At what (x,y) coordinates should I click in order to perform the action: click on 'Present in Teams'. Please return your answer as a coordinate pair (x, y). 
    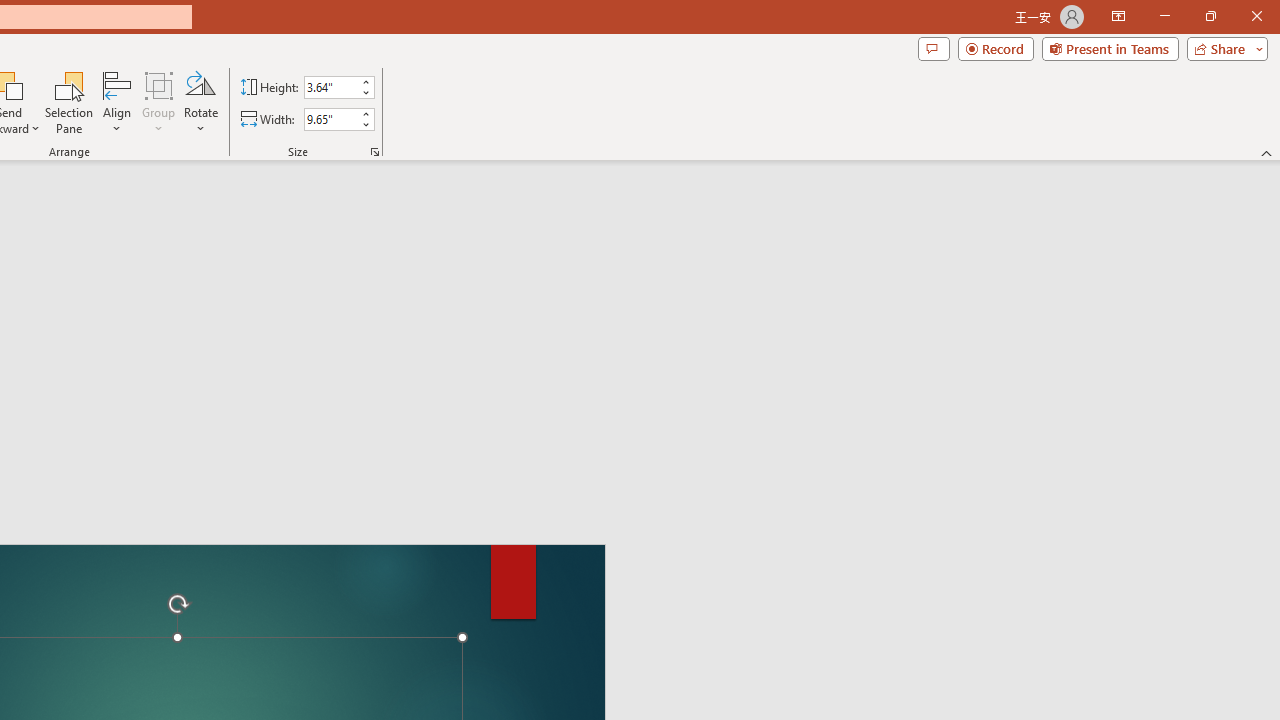
    Looking at the image, I should click on (1109, 47).